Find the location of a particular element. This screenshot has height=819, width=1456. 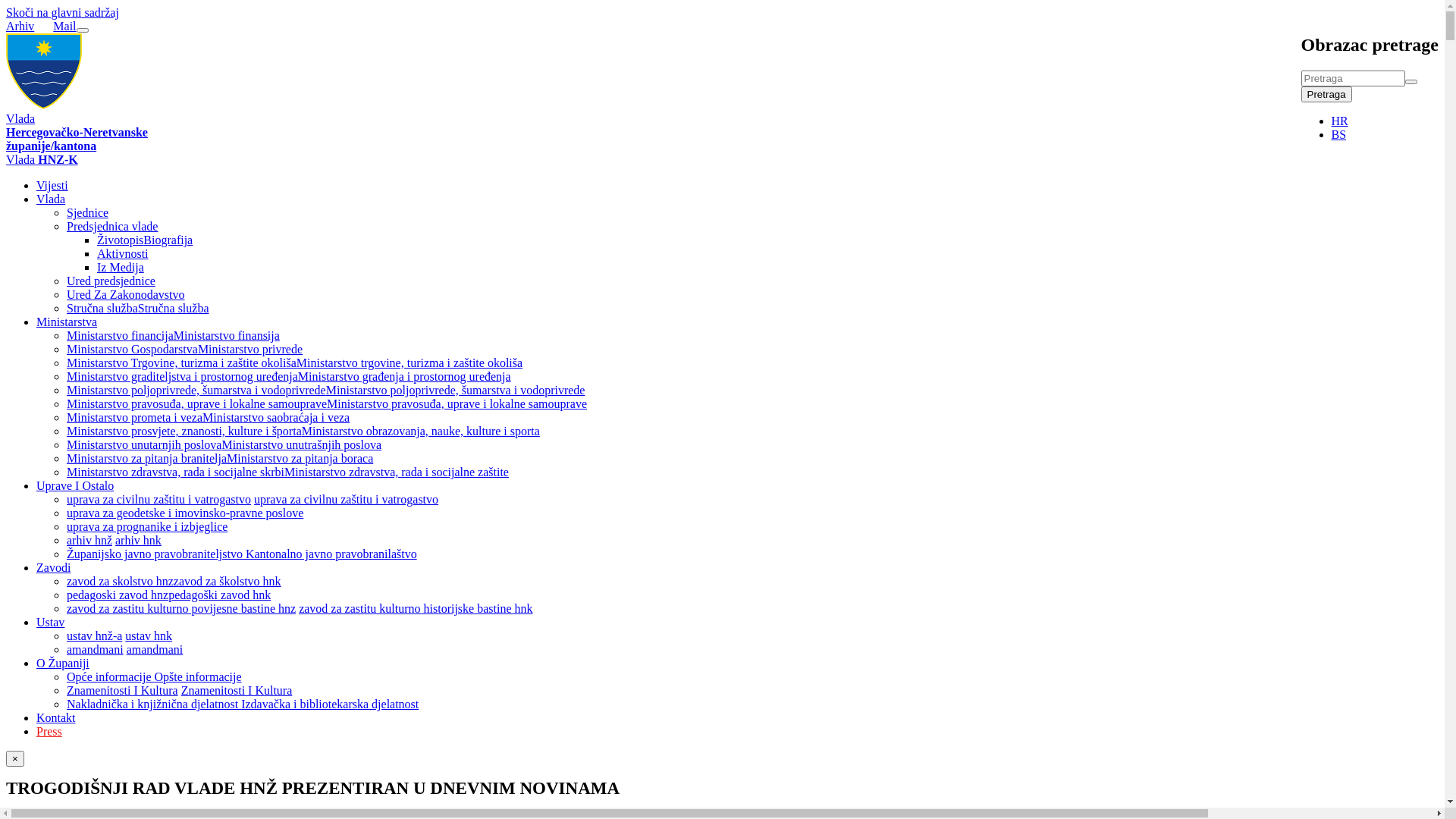

'arhiv hnk' is located at coordinates (138, 539).